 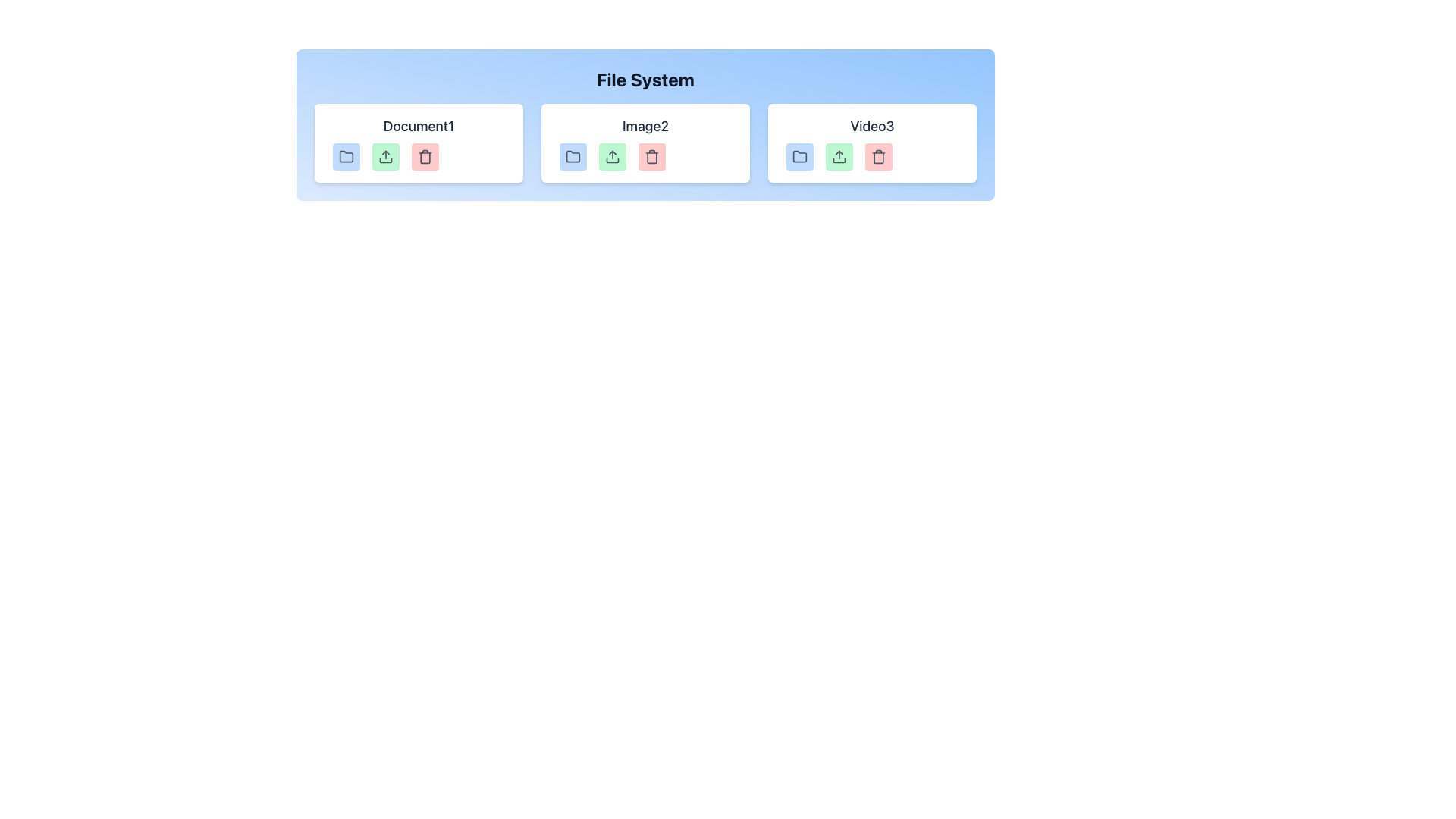 I want to click on the first button below the 'Image2' heading tile in the File System interface, so click(x=572, y=157).